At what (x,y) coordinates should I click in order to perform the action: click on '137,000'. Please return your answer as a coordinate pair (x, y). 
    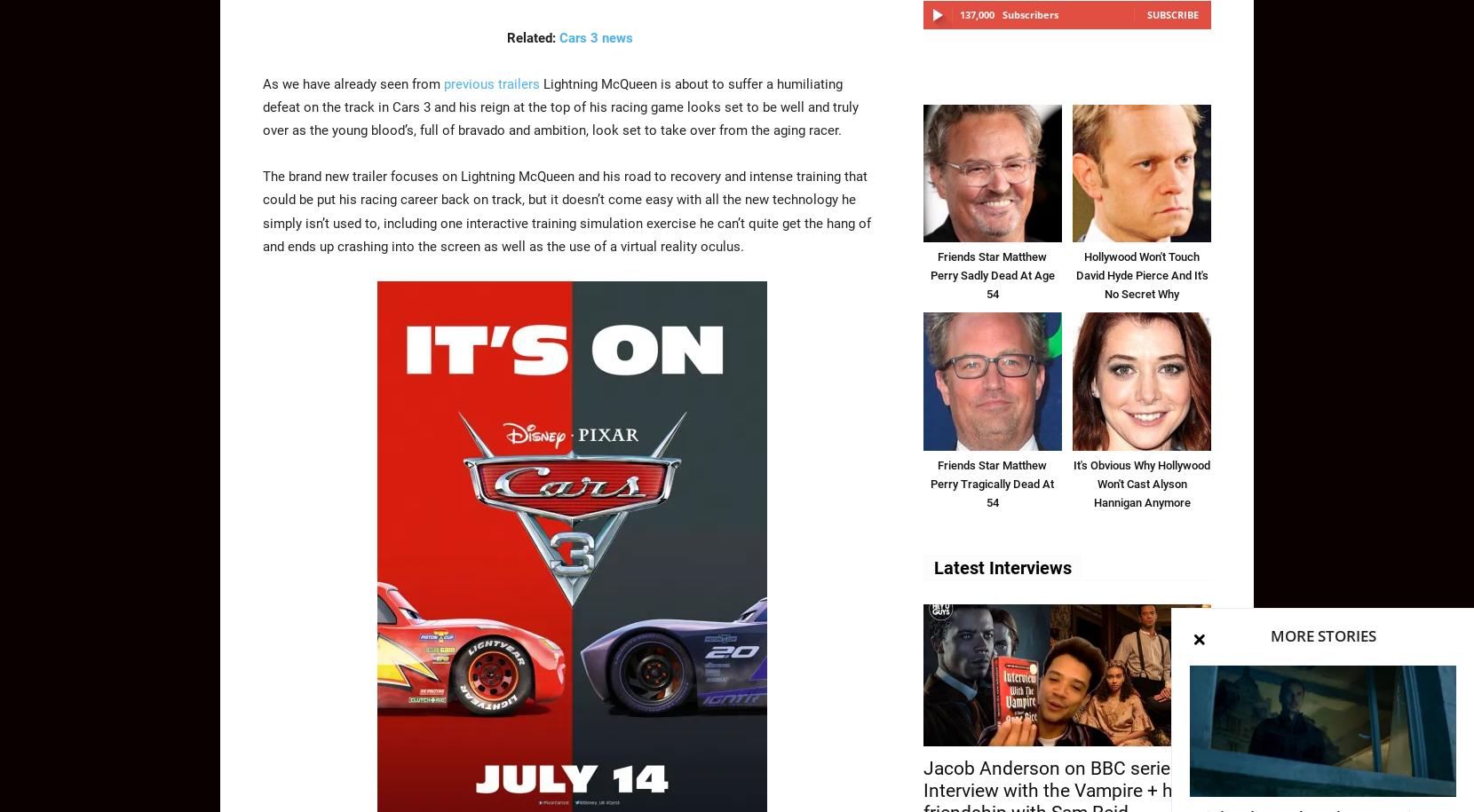
    Looking at the image, I should click on (976, 13).